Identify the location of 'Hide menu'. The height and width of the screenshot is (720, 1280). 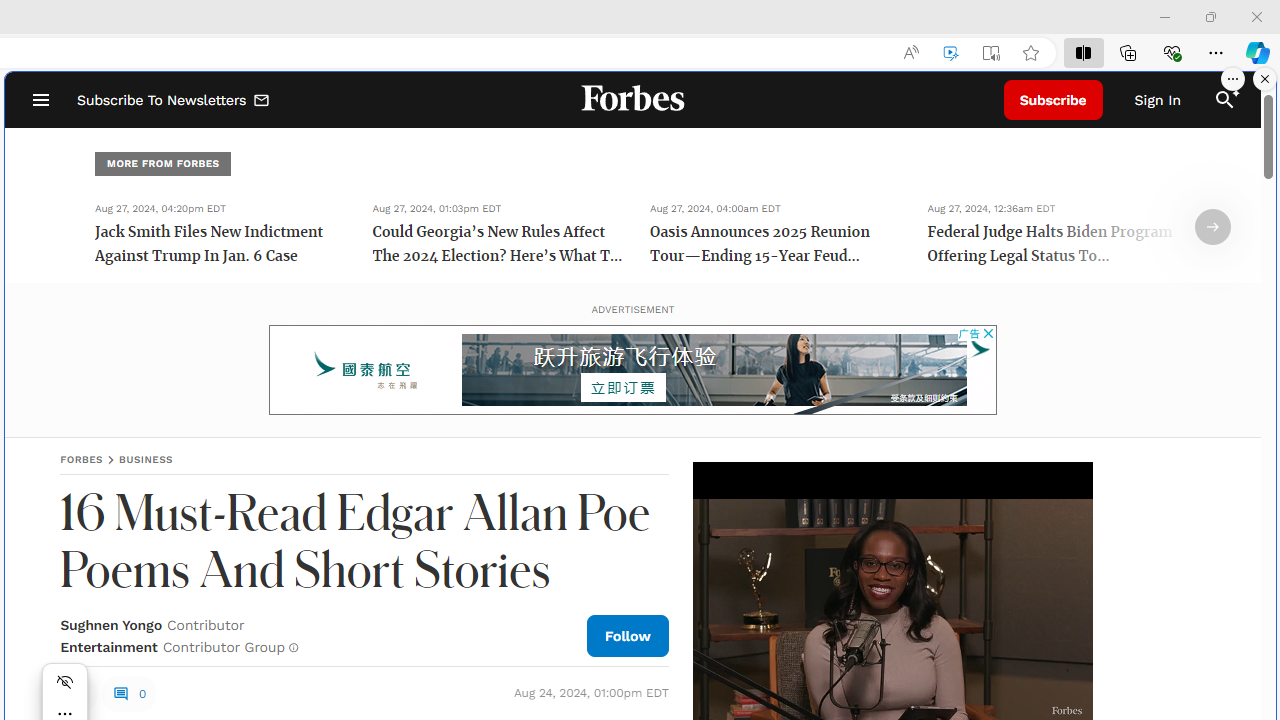
(65, 680).